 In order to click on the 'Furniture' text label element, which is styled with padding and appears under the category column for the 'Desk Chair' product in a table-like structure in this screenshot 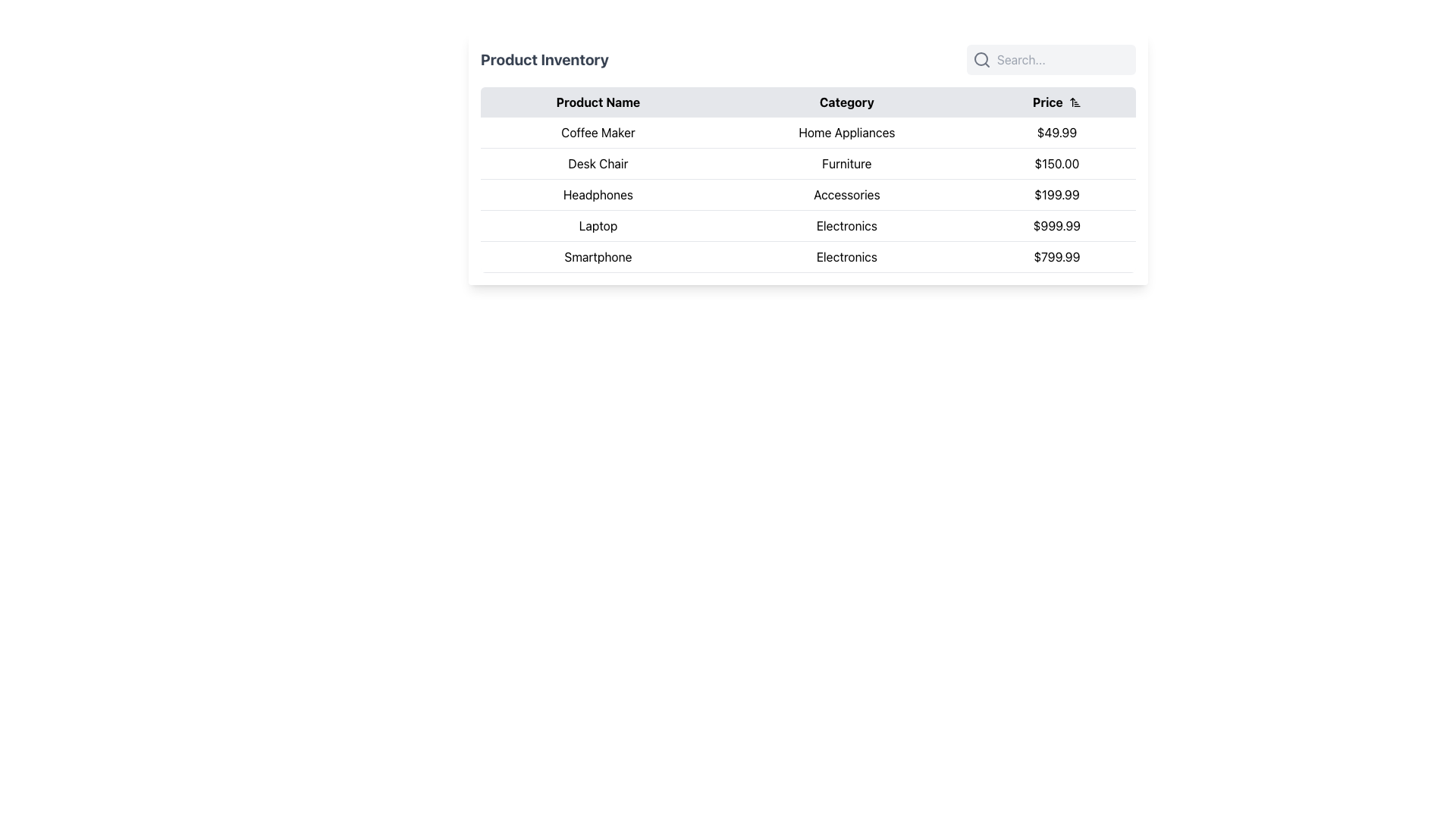, I will do `click(846, 164)`.